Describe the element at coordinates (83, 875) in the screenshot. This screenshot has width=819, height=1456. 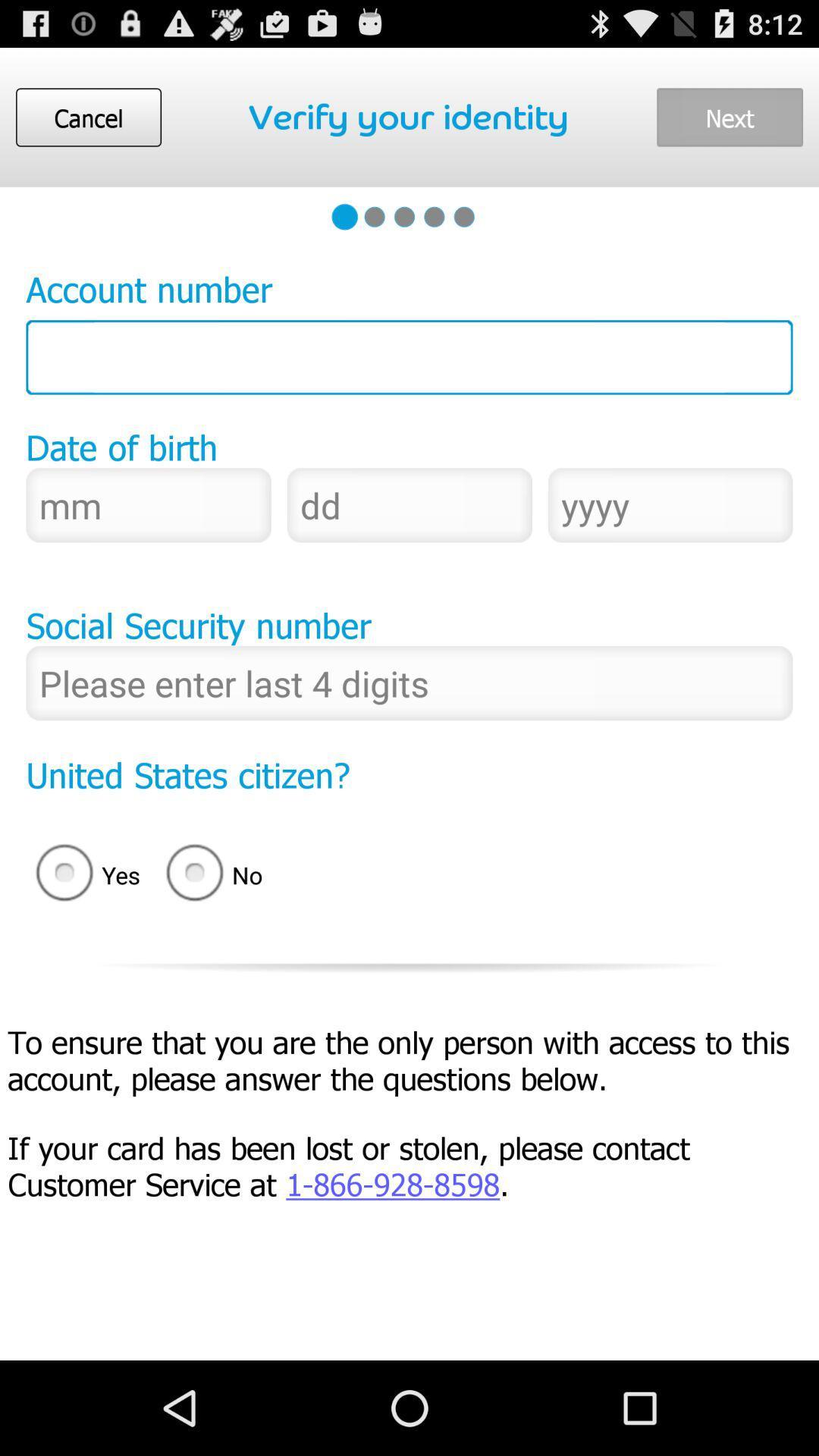
I see `radio button next to no icon` at that location.